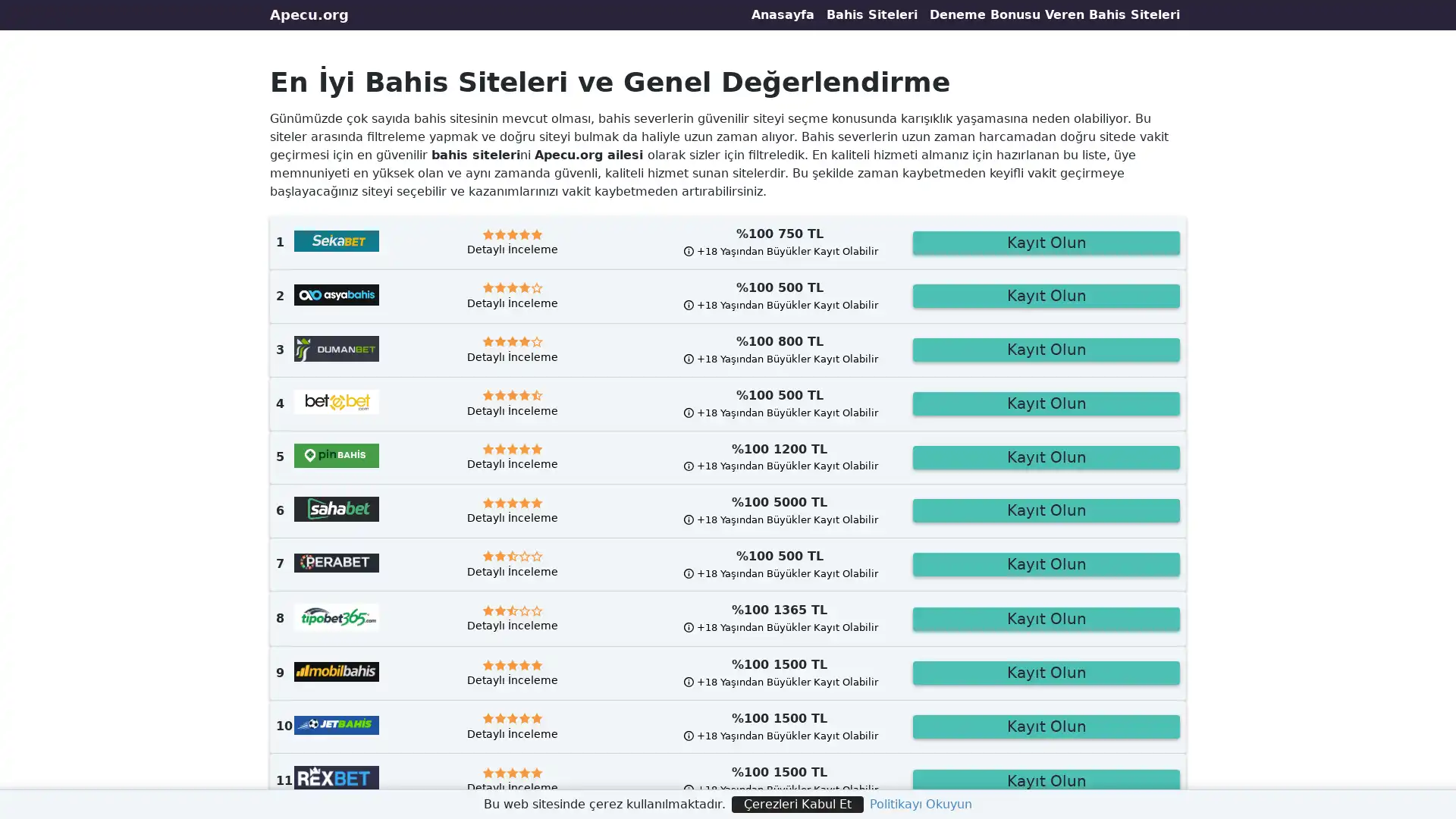 This screenshot has height=819, width=1456. I want to click on Load terms and conditions, so click(779, 518).